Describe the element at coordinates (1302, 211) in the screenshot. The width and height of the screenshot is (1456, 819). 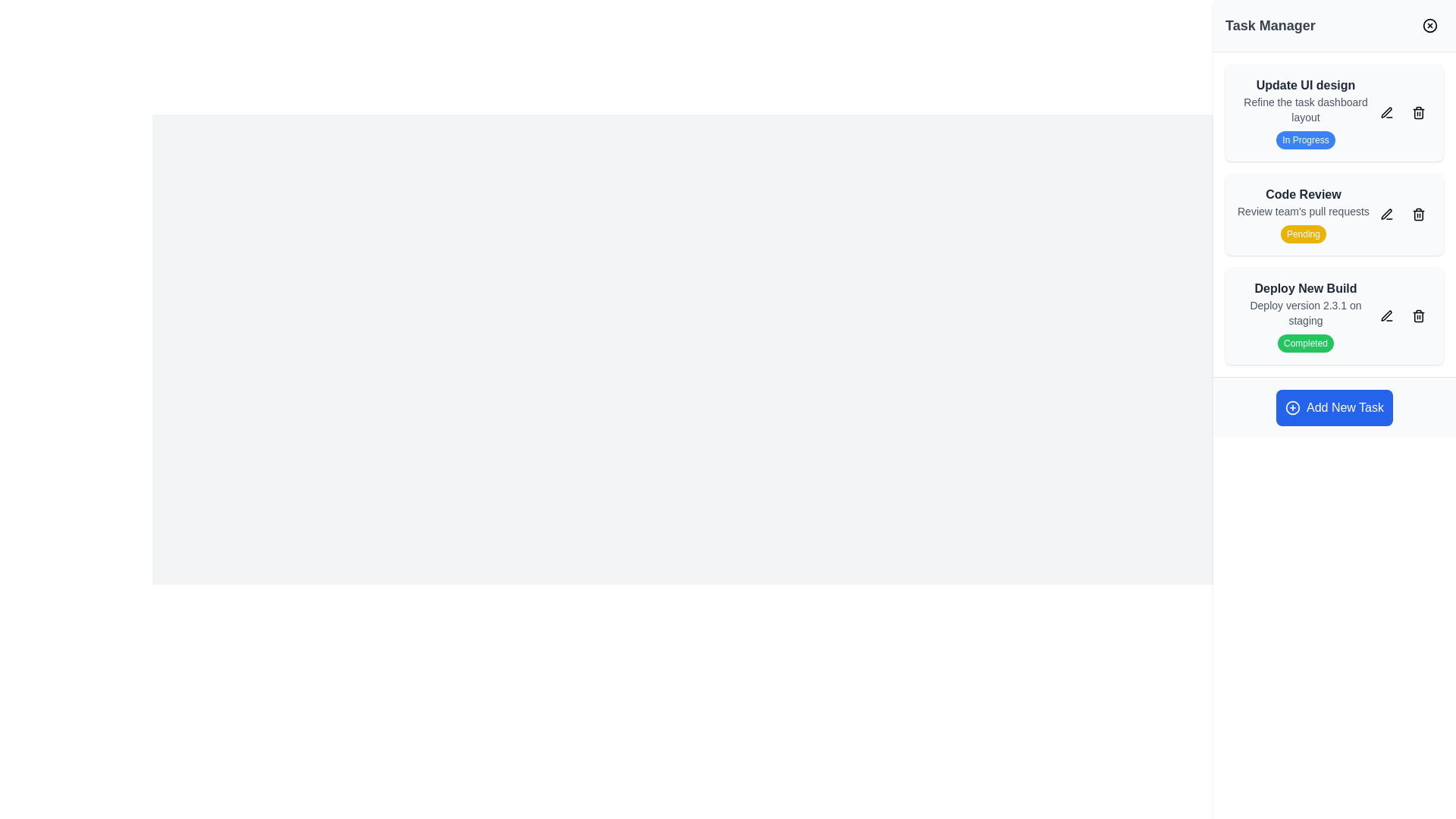
I see `the text element providing additional context for the 'Code Review' task, located in the second task card of the task manager interface, centered horizontally between the 'Code Review' header and 'Pending' status label` at that location.